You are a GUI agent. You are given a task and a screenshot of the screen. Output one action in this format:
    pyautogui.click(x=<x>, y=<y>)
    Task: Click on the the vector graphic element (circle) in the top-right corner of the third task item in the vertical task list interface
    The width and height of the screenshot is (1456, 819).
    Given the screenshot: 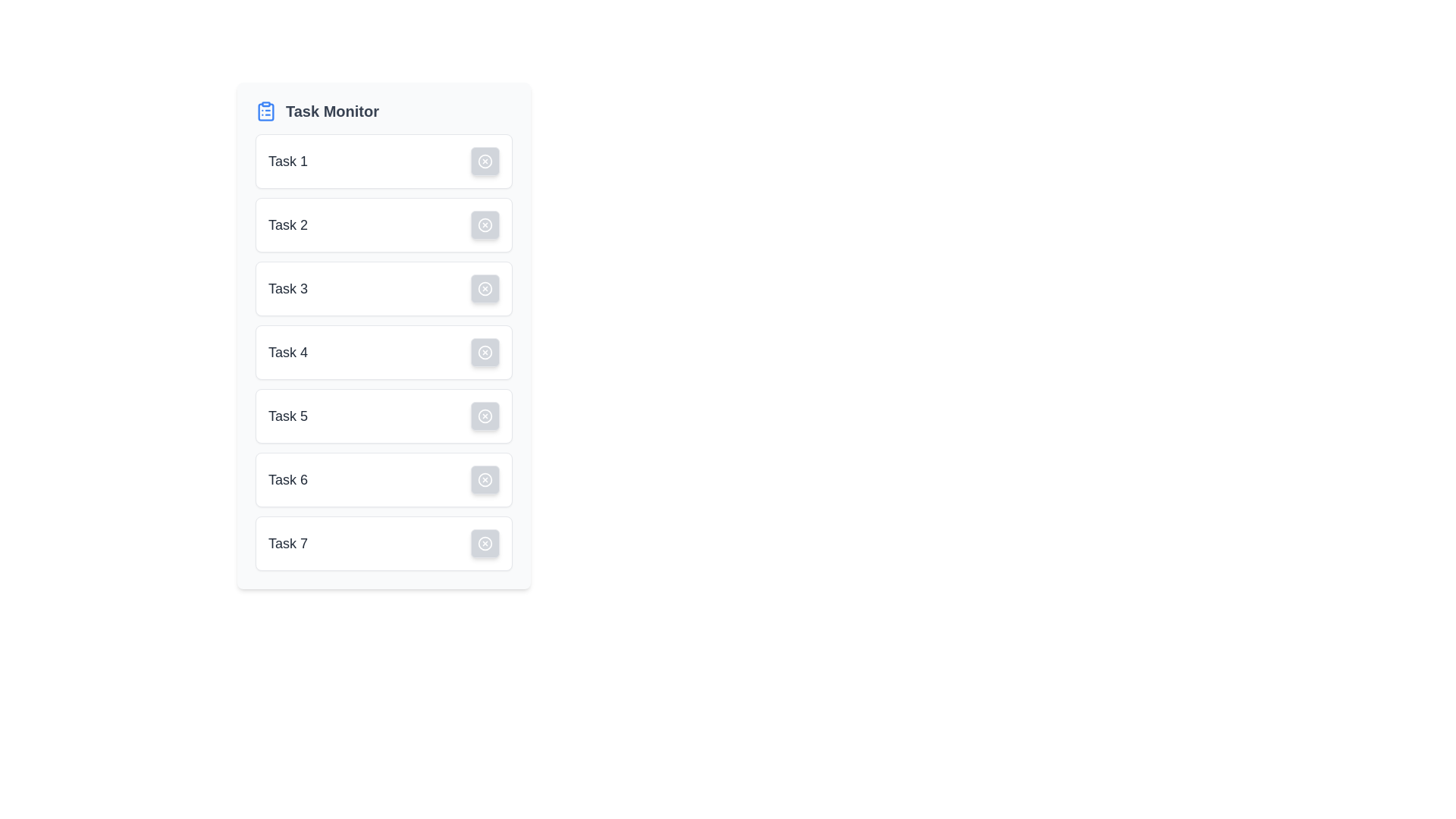 What is the action you would take?
    pyautogui.click(x=484, y=289)
    